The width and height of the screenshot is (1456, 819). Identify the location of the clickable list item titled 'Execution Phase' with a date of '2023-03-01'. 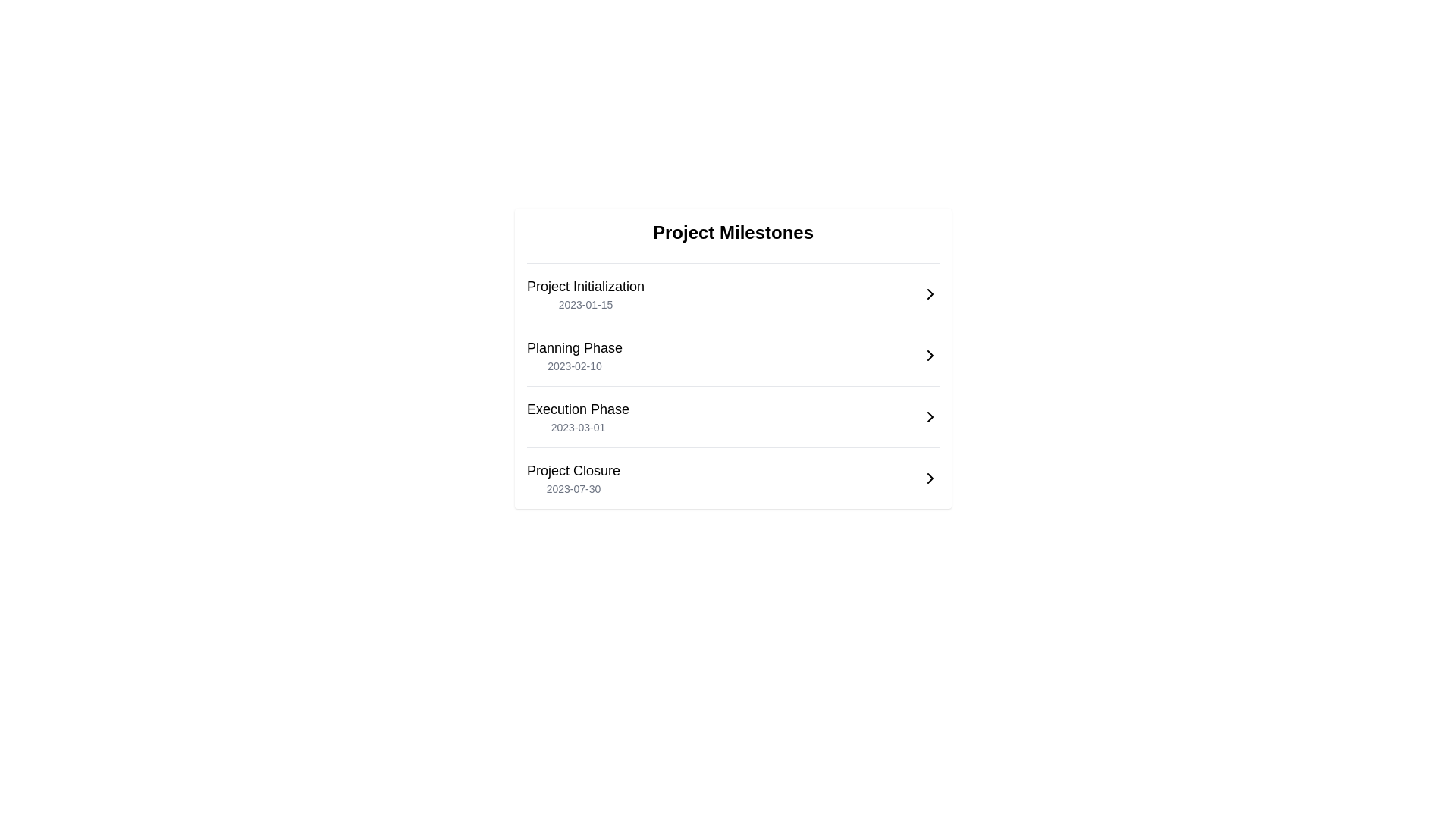
(733, 417).